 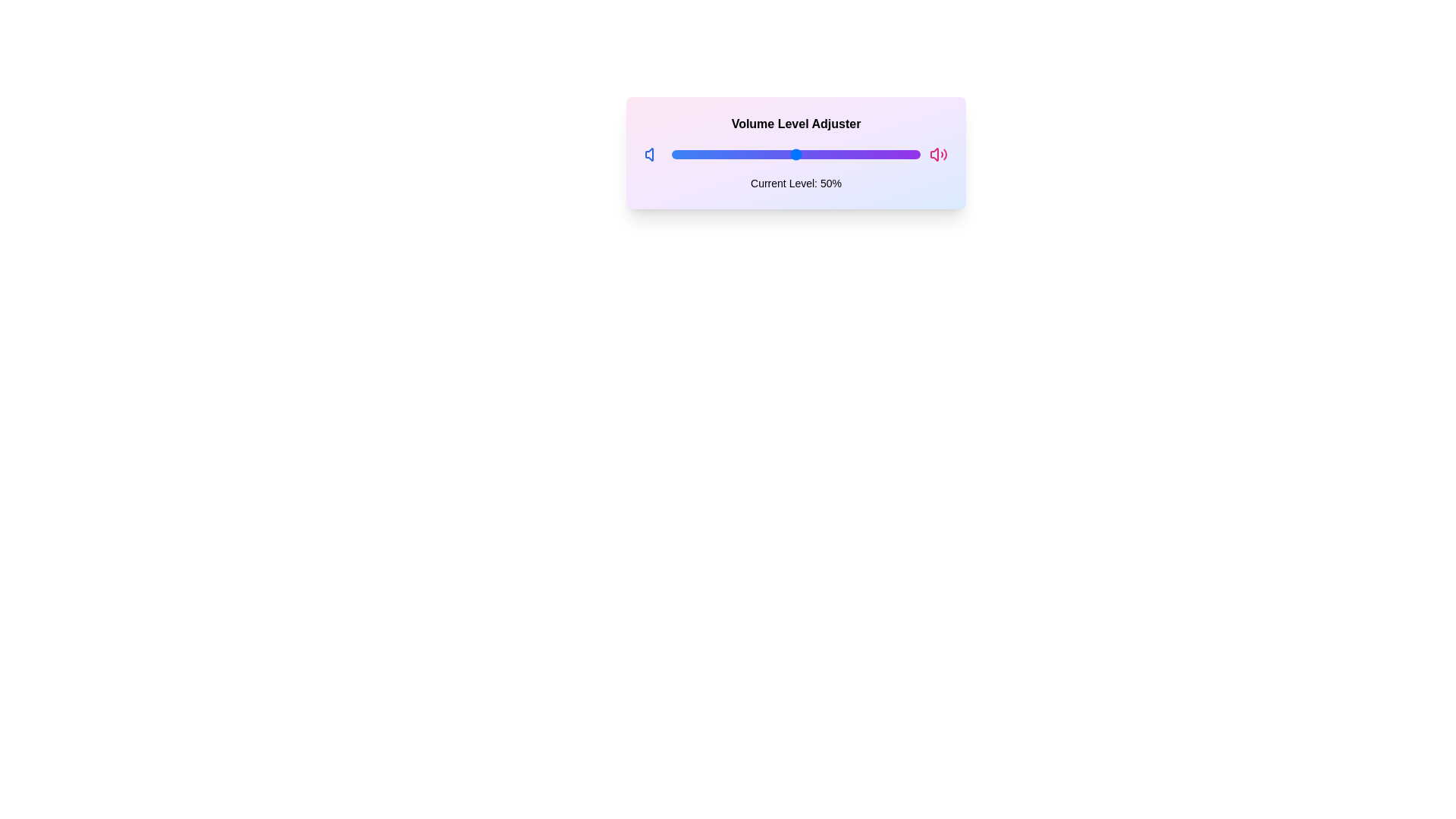 What do you see at coordinates (893, 155) in the screenshot?
I see `the volume slider to set the volume to 89%` at bounding box center [893, 155].